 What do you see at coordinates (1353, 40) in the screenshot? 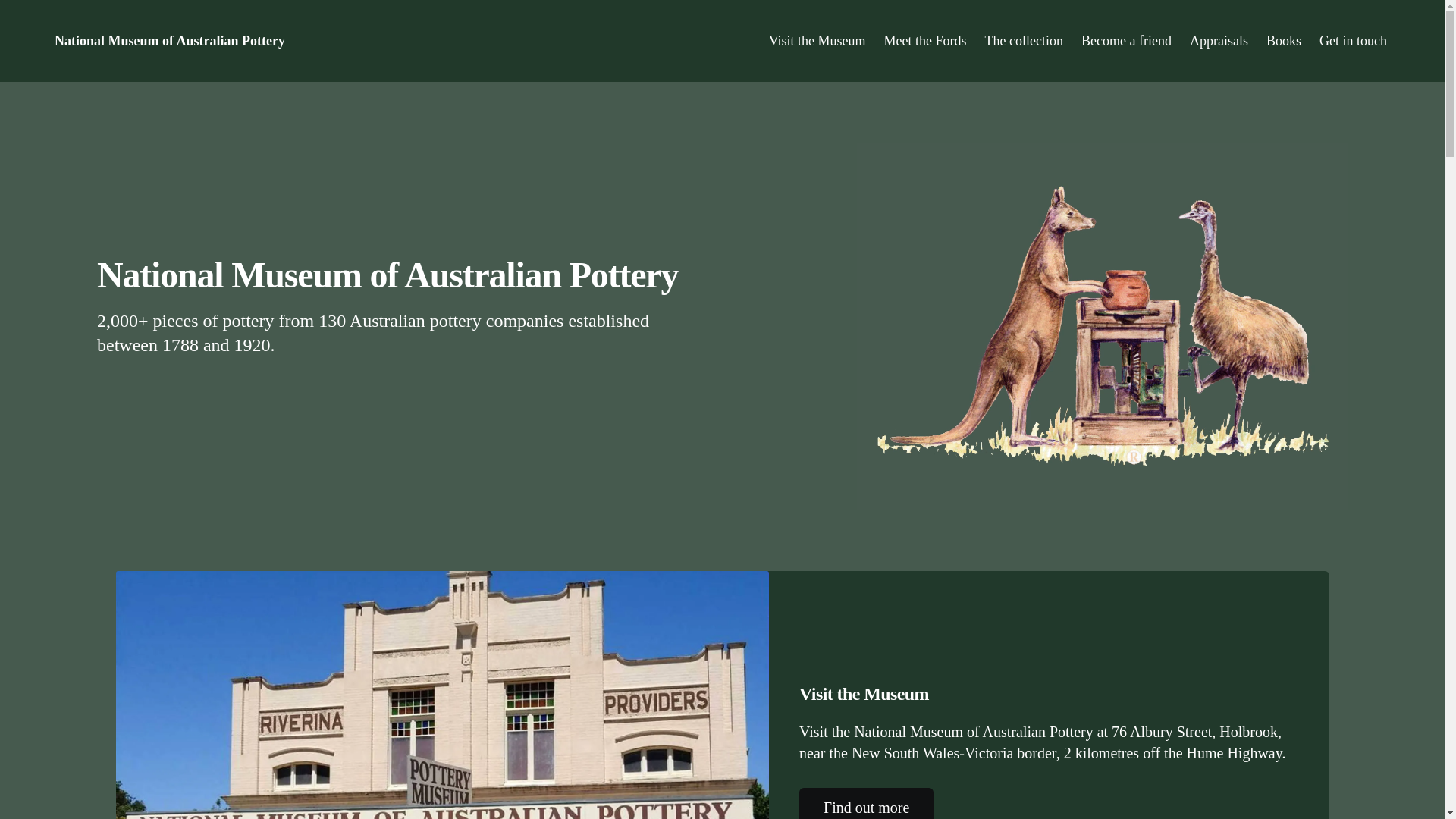
I see `'Get in touch'` at bounding box center [1353, 40].